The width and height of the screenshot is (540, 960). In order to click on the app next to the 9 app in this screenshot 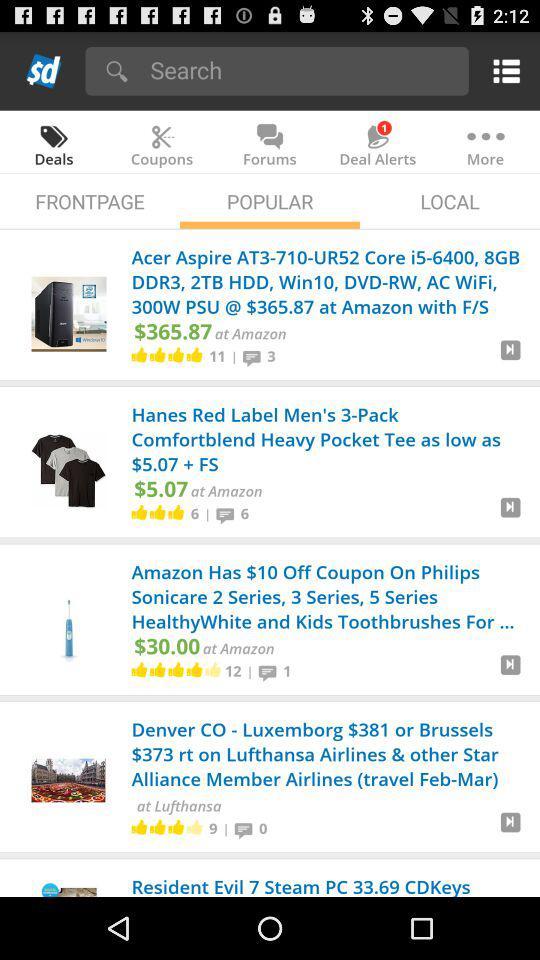, I will do `click(225, 828)`.